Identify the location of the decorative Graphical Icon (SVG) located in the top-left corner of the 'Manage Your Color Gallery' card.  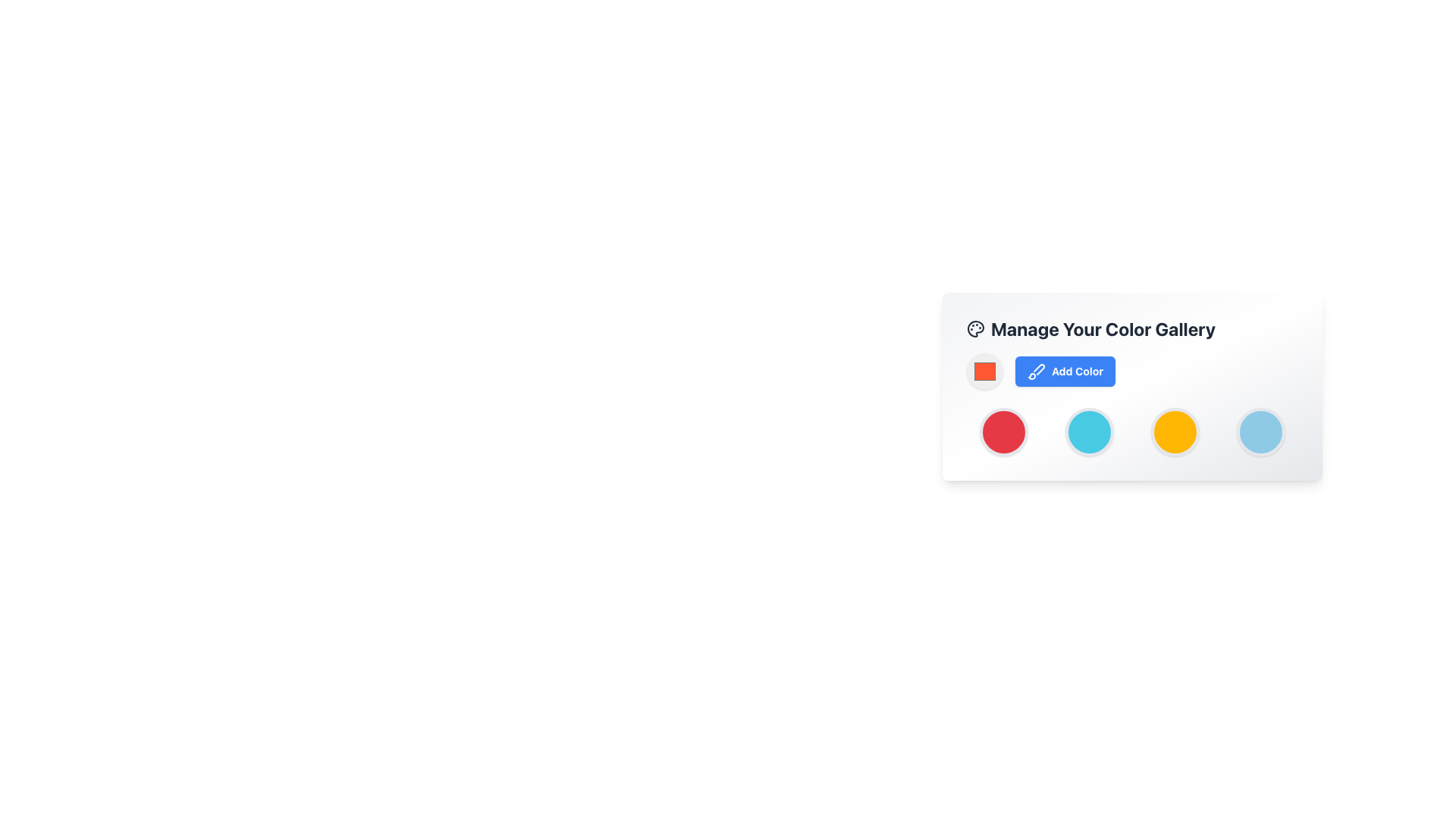
(975, 328).